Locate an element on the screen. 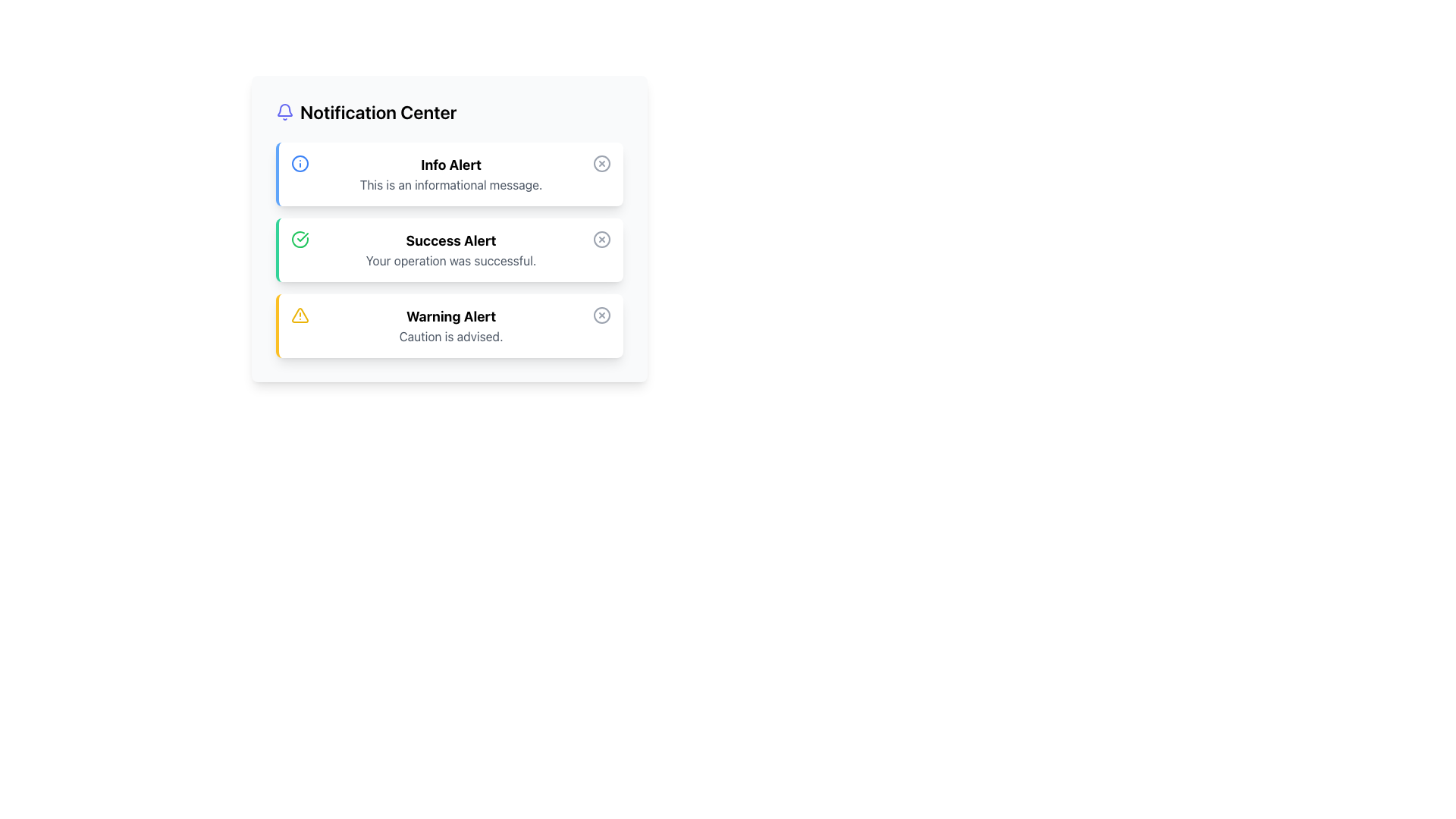  the 'Success Alert' icon located in the leftmost section of the 'Success Alert' card within the Notification Center to indicate a positive outcome is located at coordinates (303, 237).